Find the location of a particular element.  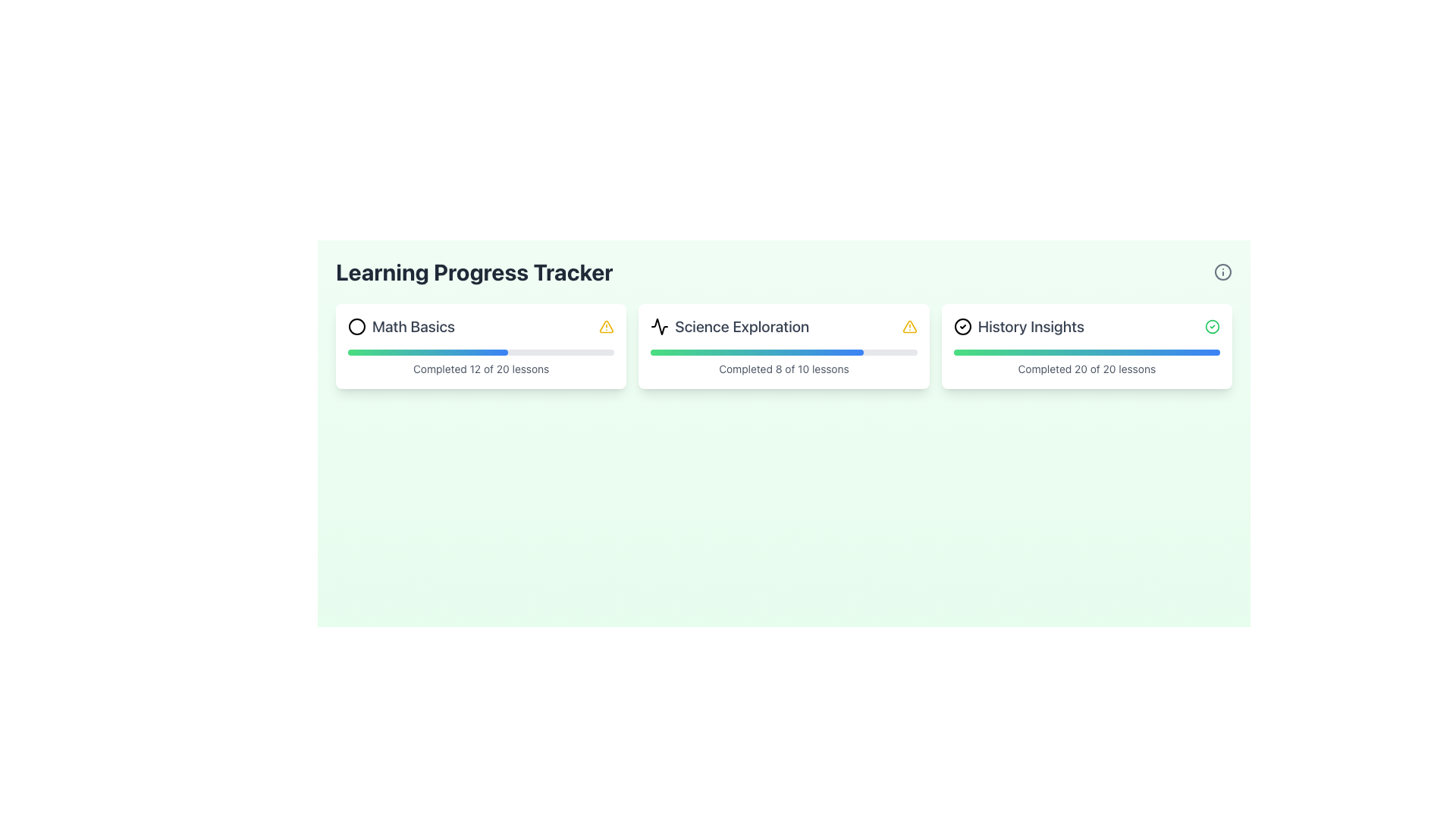

the visual alert indicator icon located next to the 'Math Basics' text, which serves as a warning related to Math Basics is located at coordinates (607, 326).